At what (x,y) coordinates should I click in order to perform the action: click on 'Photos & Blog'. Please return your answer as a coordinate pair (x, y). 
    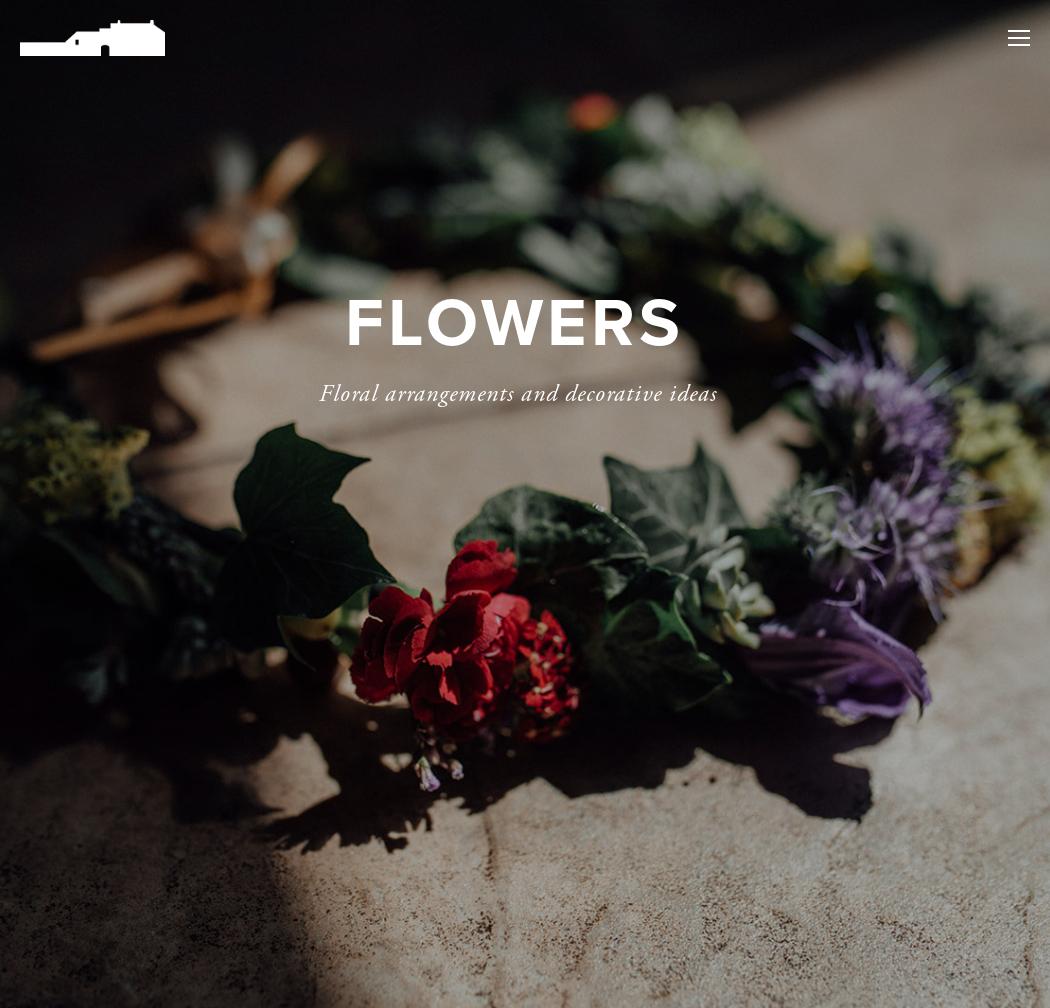
    Looking at the image, I should click on (902, 299).